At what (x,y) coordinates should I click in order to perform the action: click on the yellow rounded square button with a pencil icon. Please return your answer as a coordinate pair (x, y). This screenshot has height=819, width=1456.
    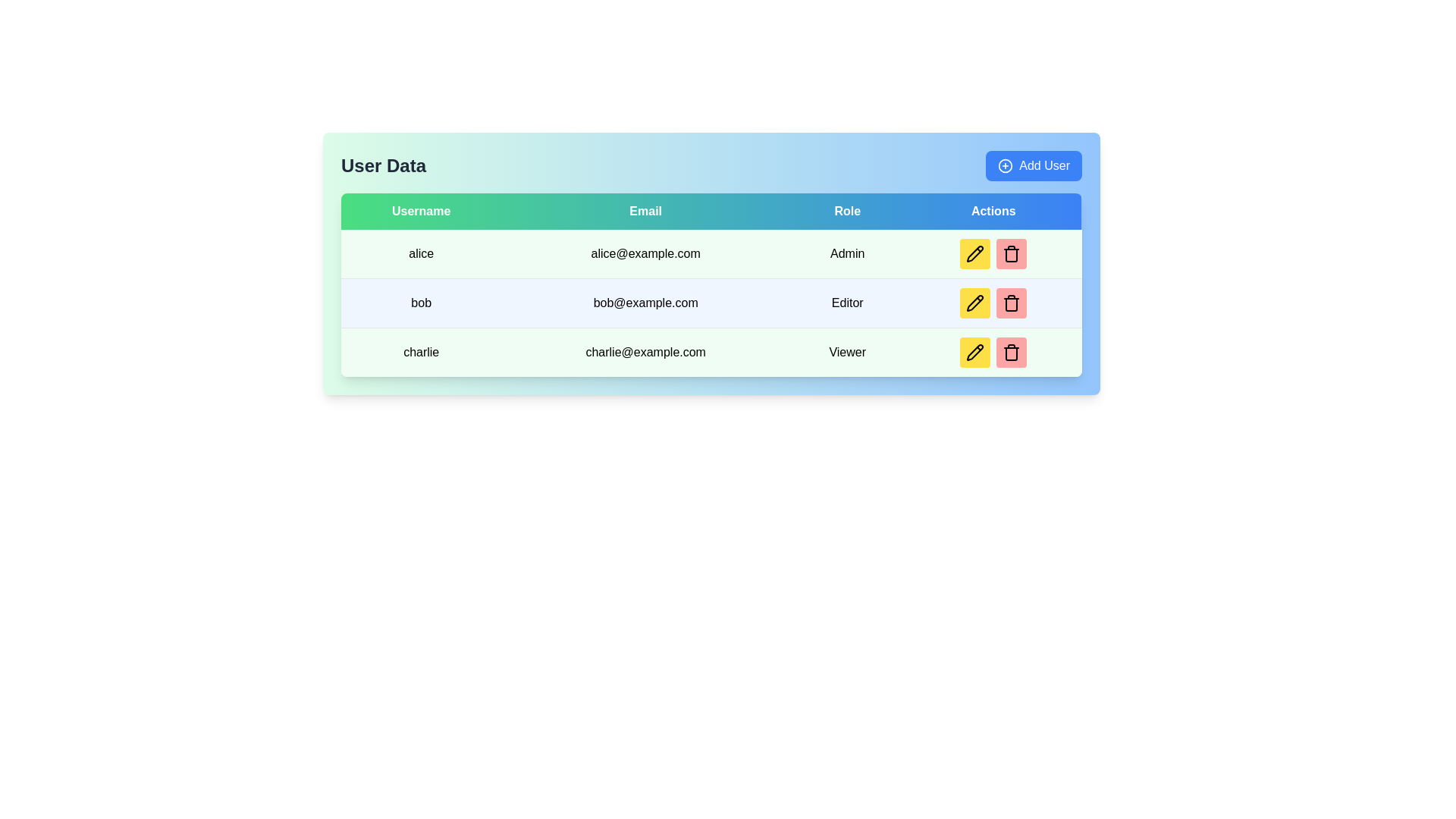
    Looking at the image, I should click on (975, 353).